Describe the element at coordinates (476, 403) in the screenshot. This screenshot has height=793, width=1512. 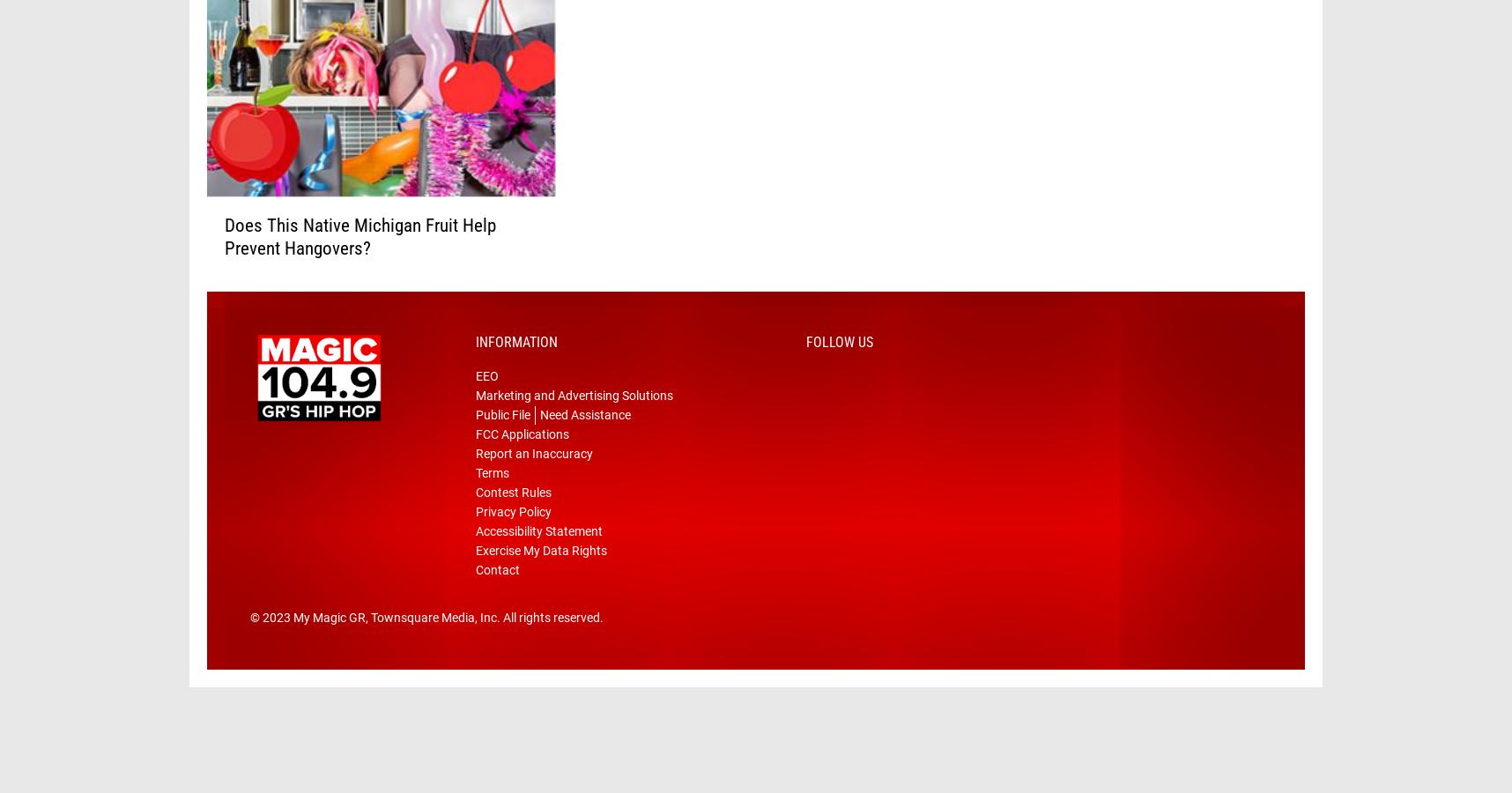
I see `'EEO'` at that location.